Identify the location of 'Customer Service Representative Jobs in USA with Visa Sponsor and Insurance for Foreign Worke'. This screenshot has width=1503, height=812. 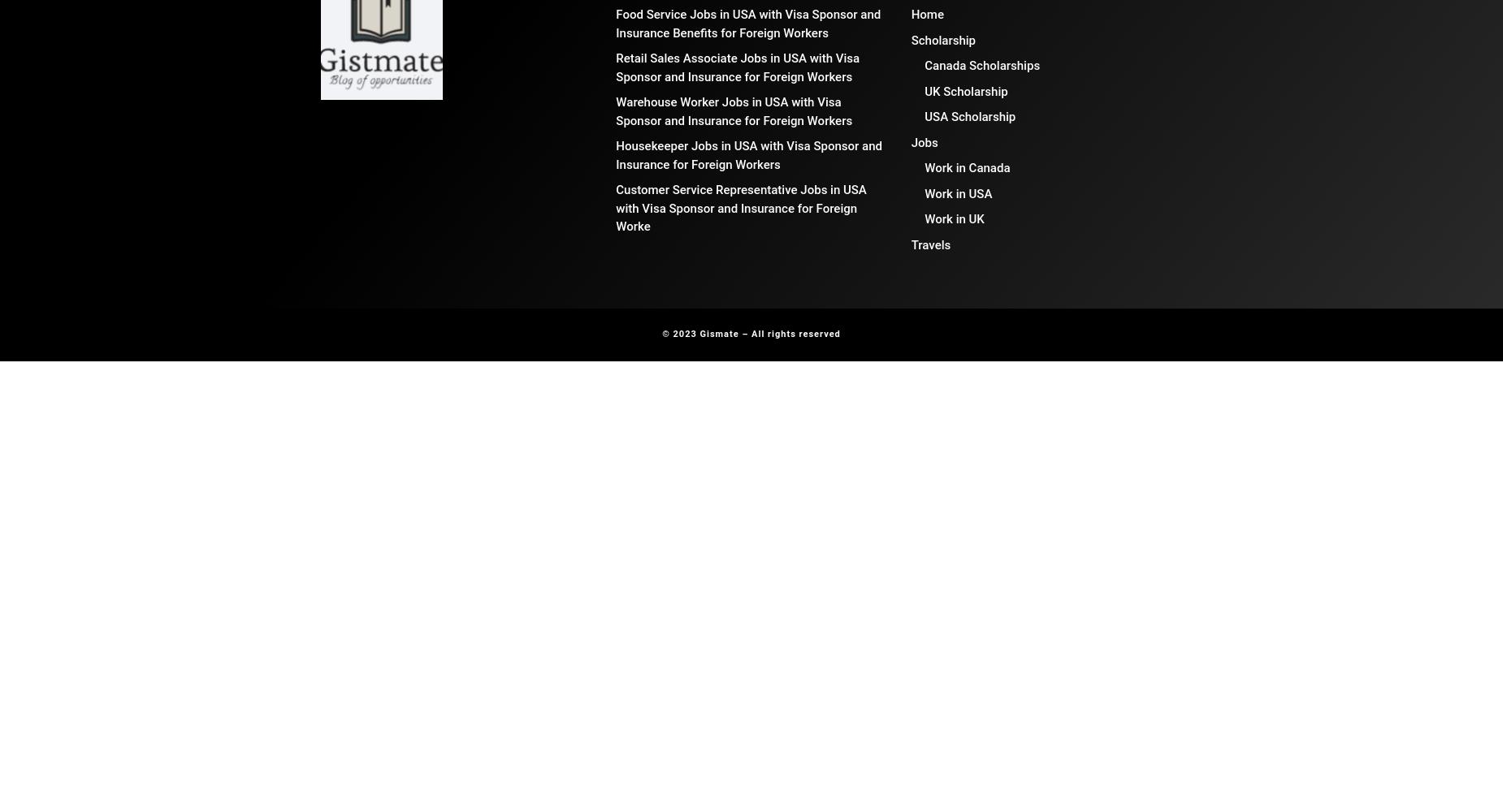
(741, 208).